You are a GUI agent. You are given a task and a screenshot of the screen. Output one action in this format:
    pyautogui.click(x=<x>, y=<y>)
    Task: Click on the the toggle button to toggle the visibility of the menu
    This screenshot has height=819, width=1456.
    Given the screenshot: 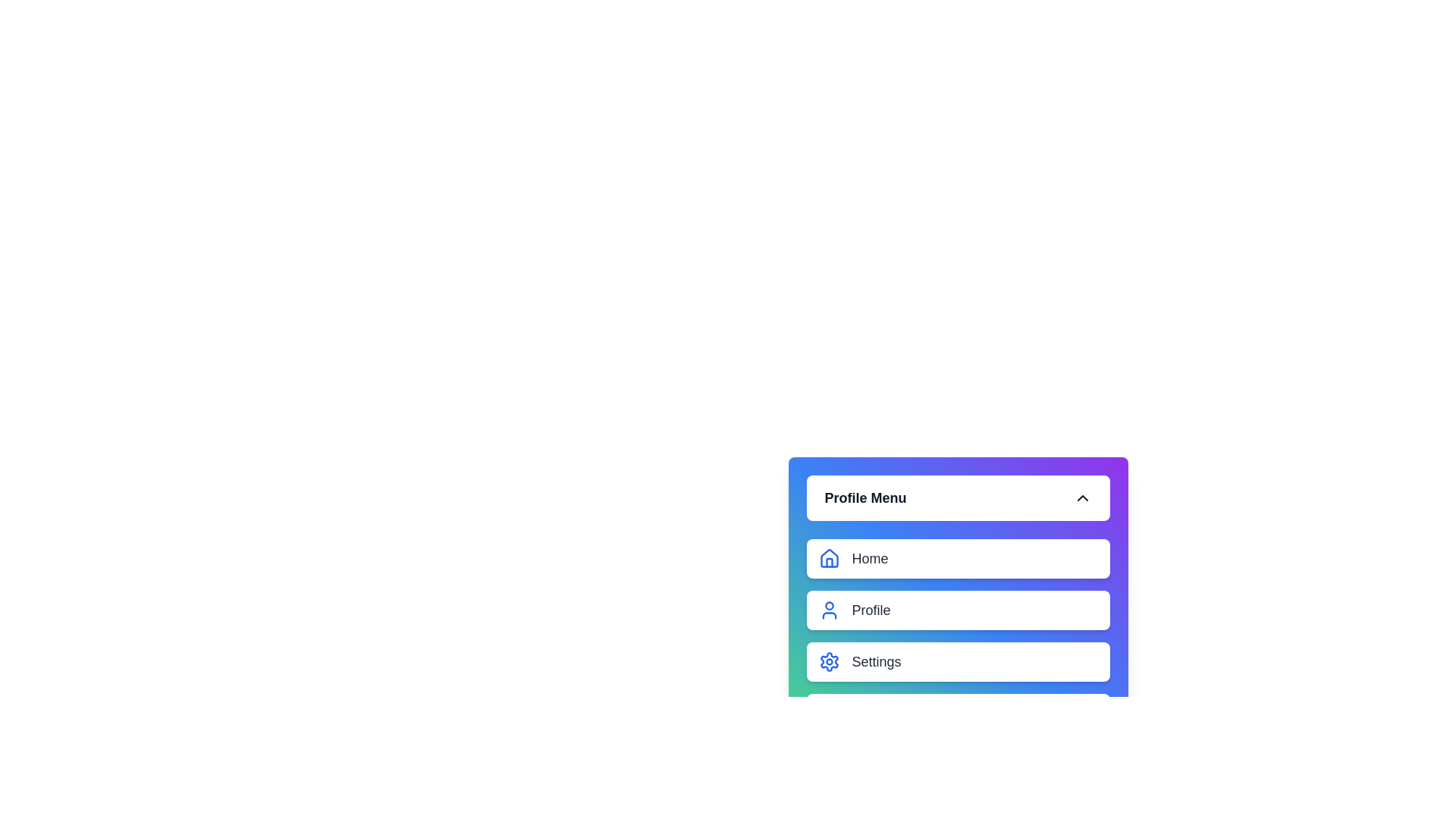 What is the action you would take?
    pyautogui.click(x=957, y=497)
    